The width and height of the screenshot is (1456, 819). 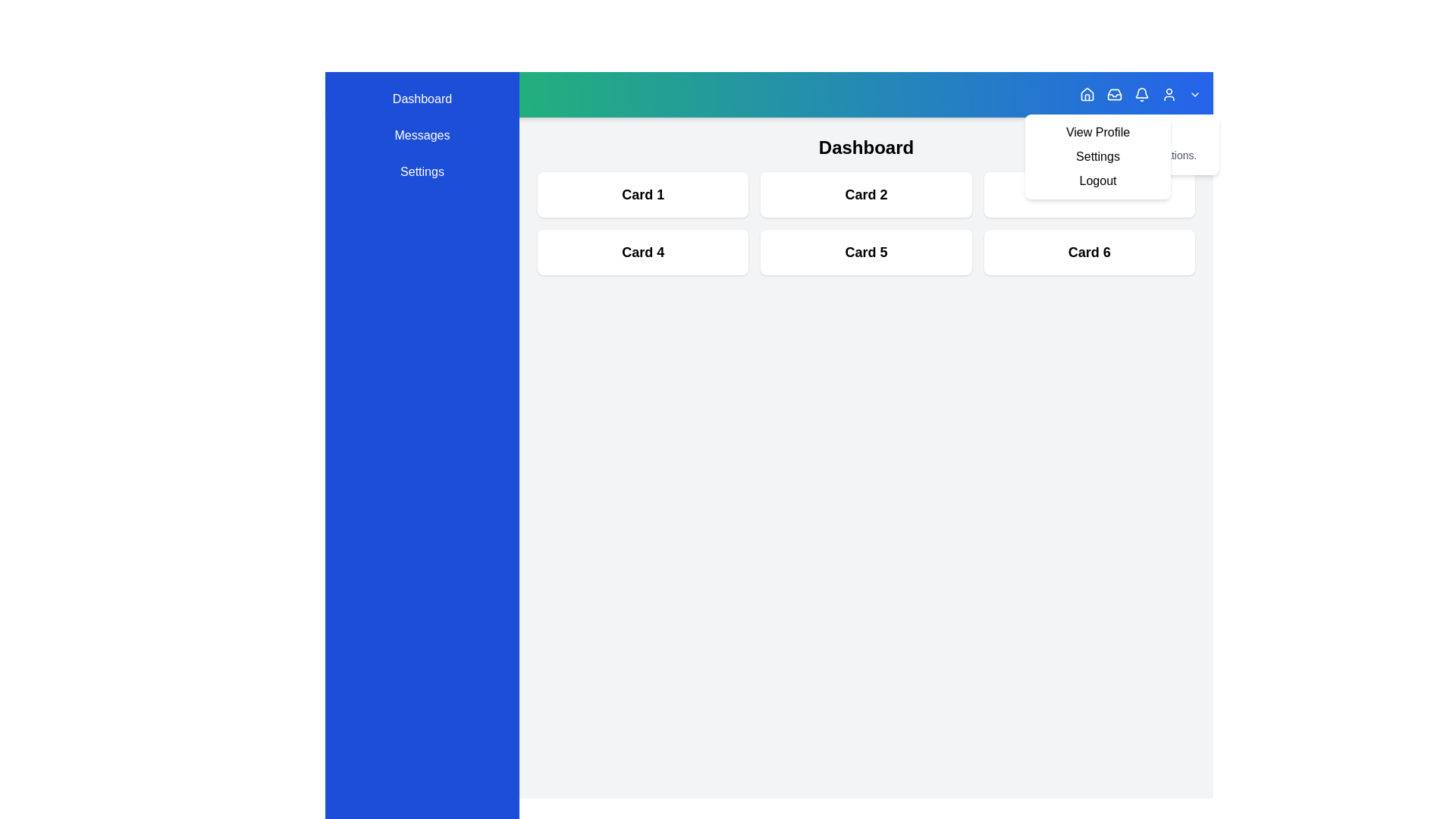 I want to click on the 'Settings' navigation item located in the dropdown menu, so click(x=1098, y=157).